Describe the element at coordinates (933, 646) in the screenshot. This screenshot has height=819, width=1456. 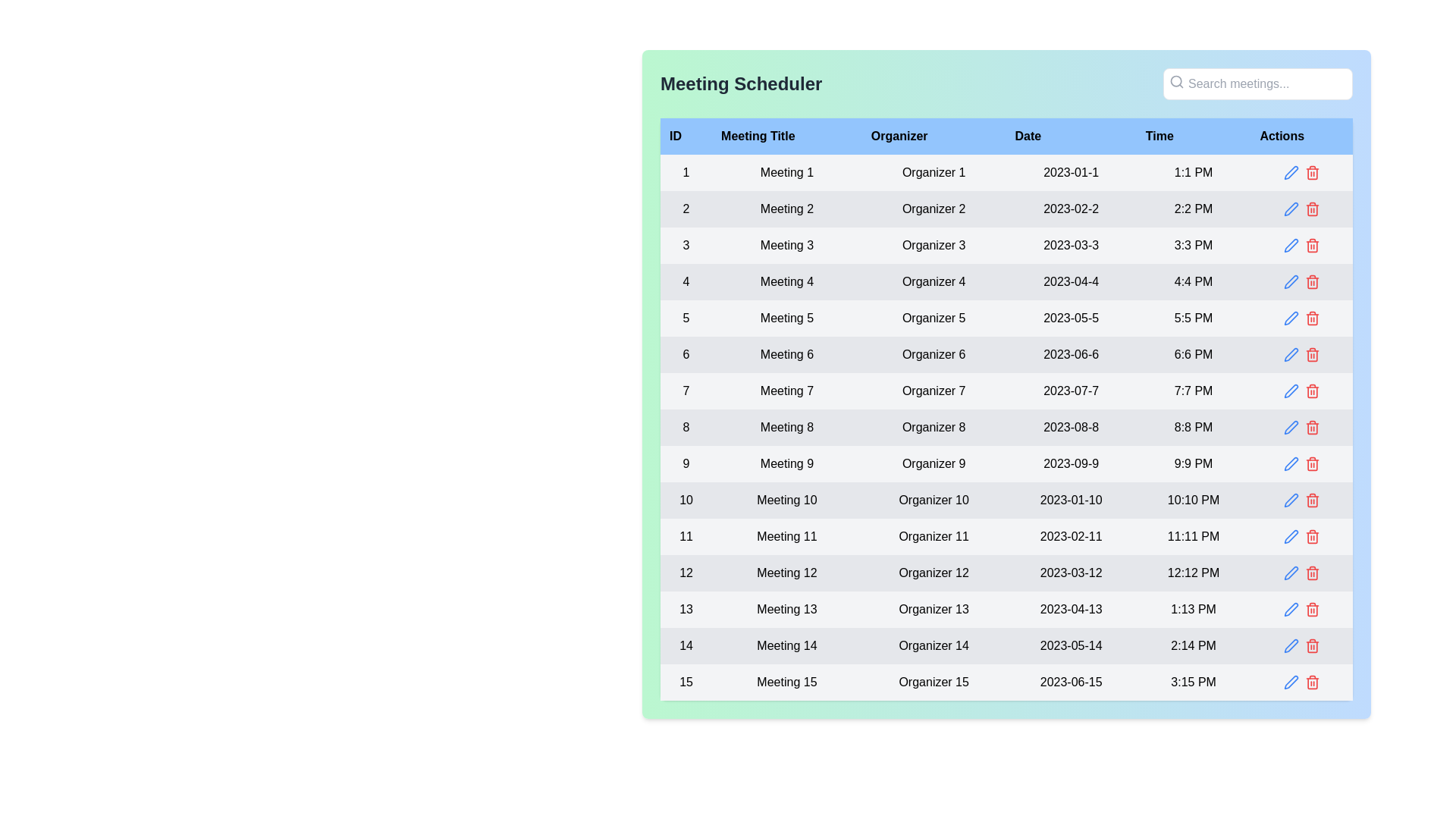
I see `the text label displaying 'Organizer 14', which is located in the third column of the fourteenth row of the table structure` at that location.